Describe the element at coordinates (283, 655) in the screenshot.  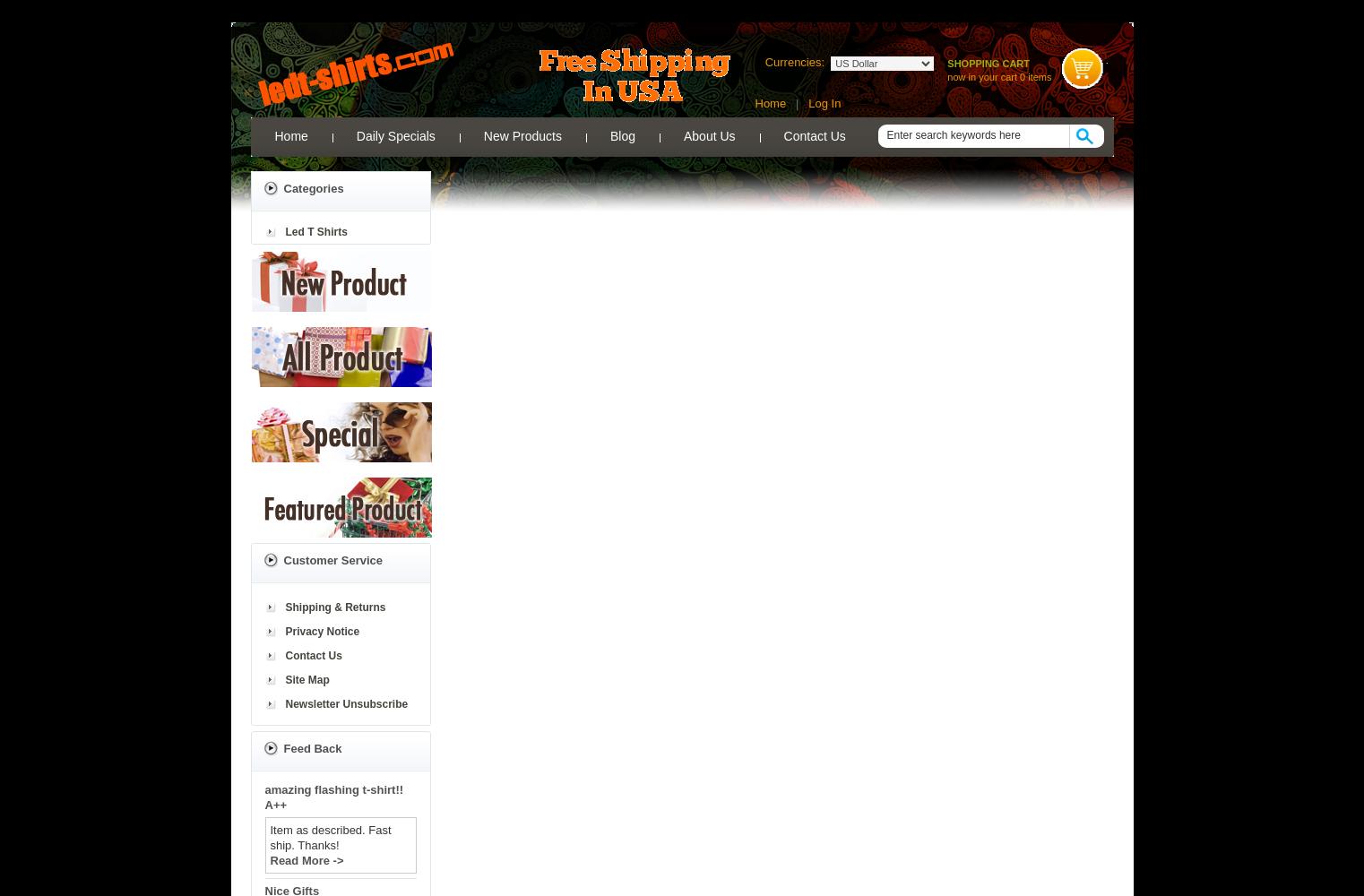
I see `'Contact Us'` at that location.